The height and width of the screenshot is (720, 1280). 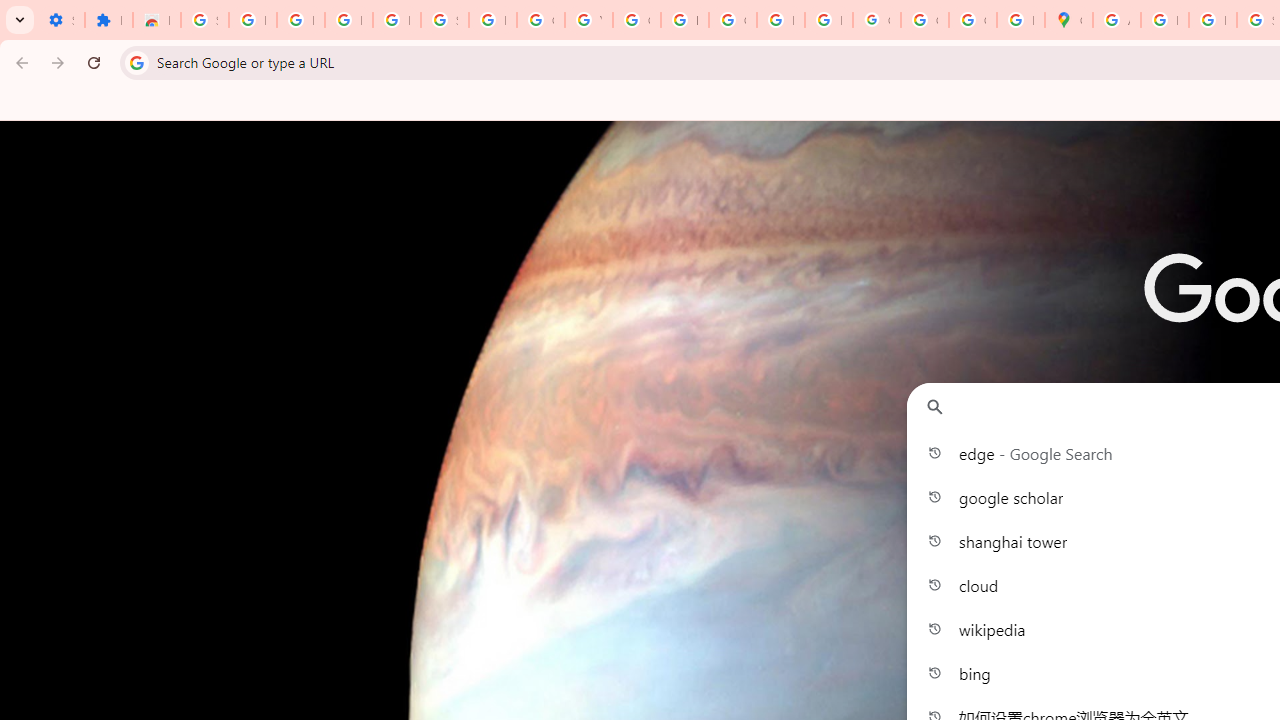 I want to click on 'Sign in - Google Accounts', so click(x=204, y=20).